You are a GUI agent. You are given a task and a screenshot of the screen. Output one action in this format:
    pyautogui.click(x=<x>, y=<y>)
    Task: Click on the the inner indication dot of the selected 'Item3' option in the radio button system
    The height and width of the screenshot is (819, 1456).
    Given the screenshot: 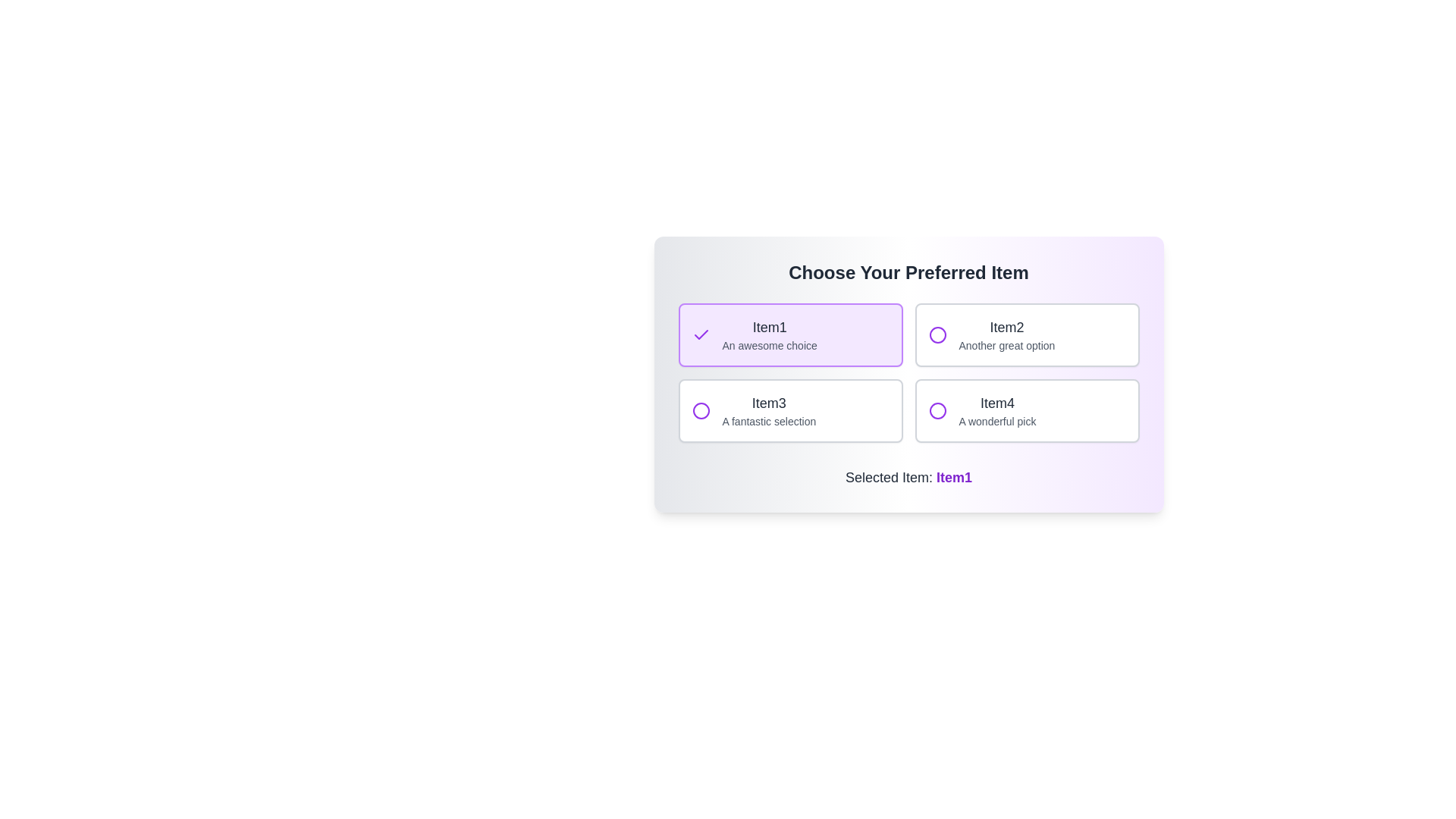 What is the action you would take?
    pyautogui.click(x=700, y=411)
    